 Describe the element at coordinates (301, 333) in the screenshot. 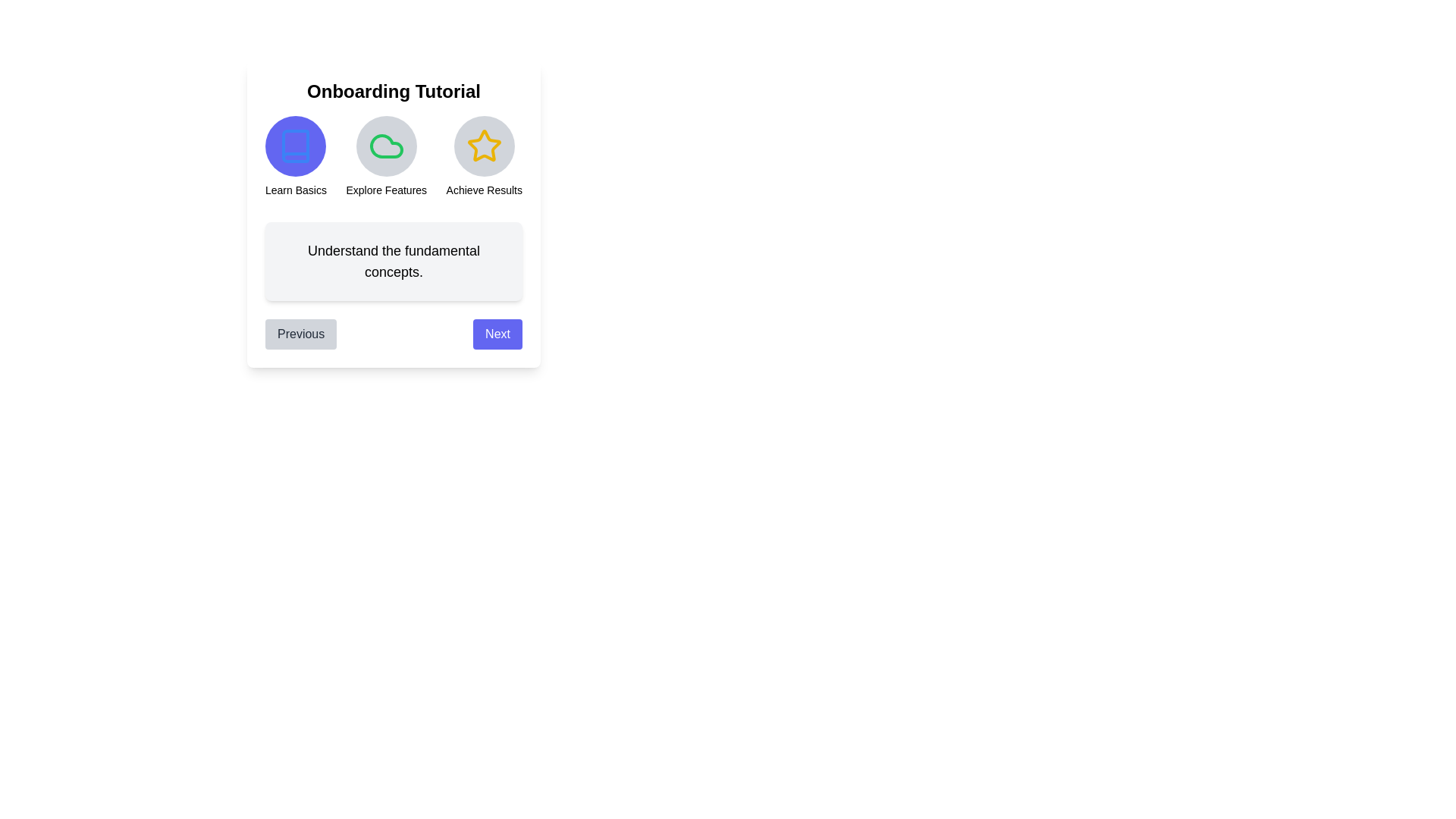

I see `the Previous button to navigate the tutorial` at that location.